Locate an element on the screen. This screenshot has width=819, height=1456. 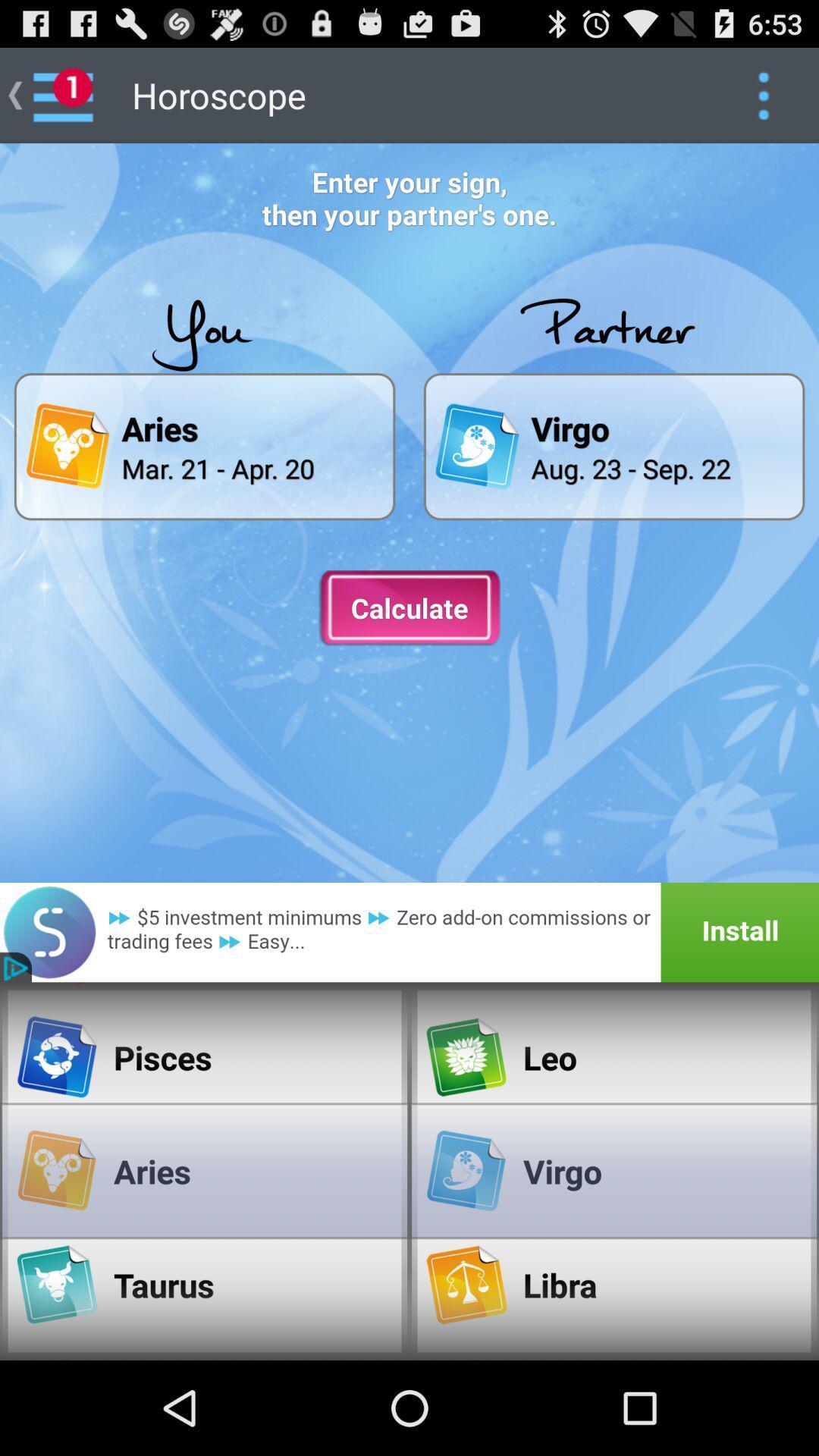
app next to horoscope is located at coordinates (763, 94).